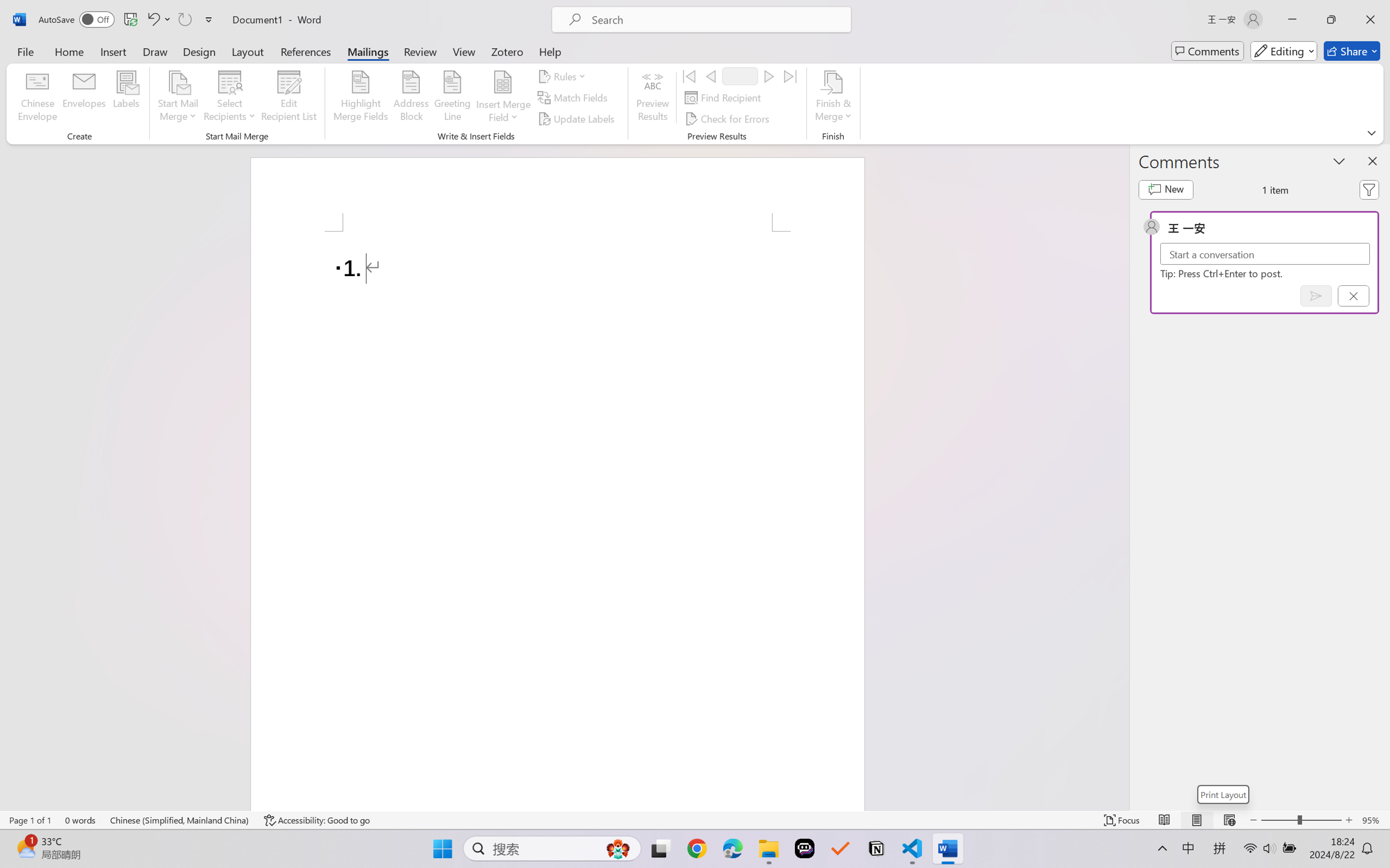  I want to click on 'Preview Results', so click(653, 98).